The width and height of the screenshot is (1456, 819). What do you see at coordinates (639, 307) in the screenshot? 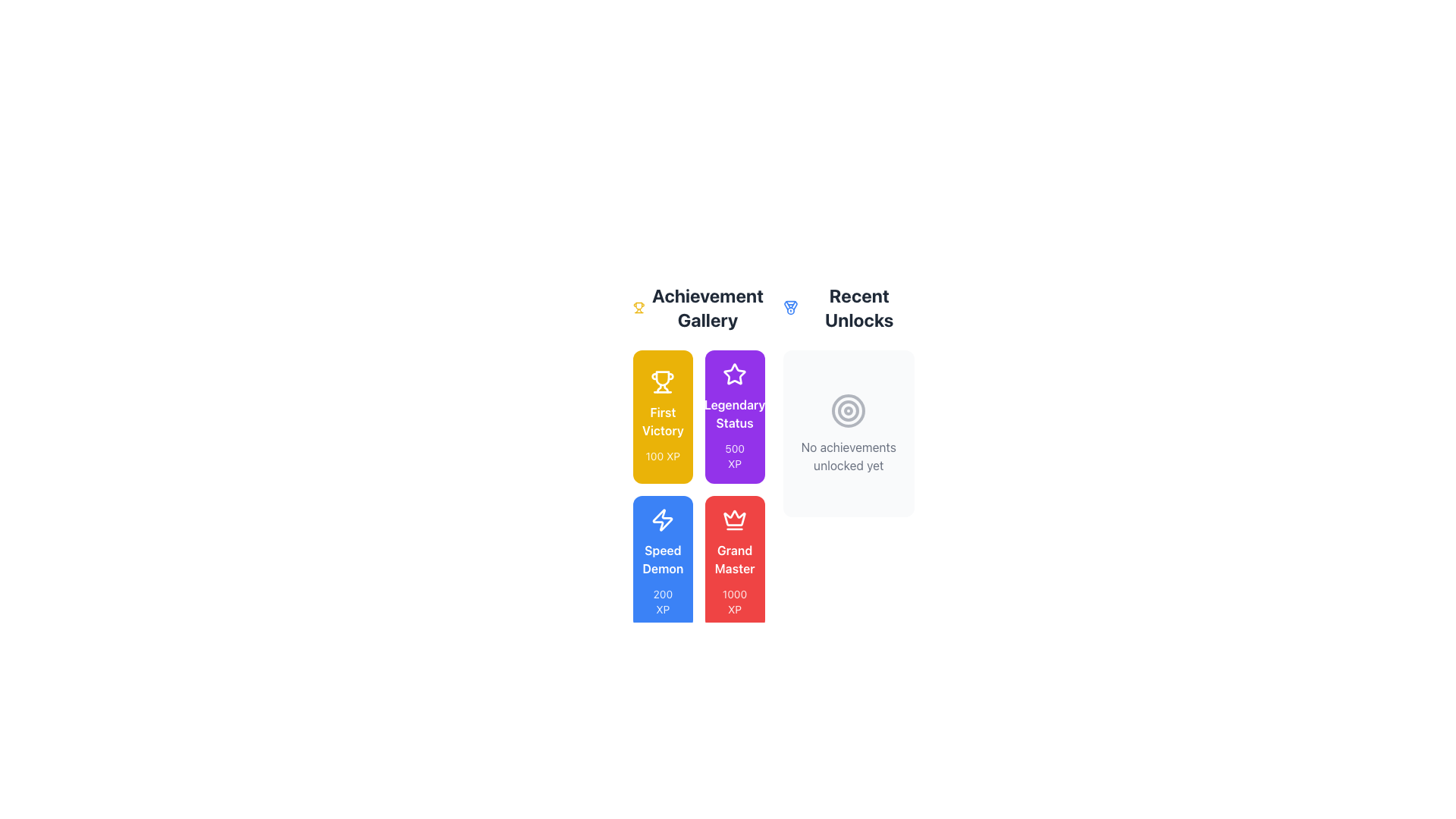
I see `the decorative achievement icon located to the left of the 'Achievement Gallery' text and above the achievement cards grid` at bounding box center [639, 307].